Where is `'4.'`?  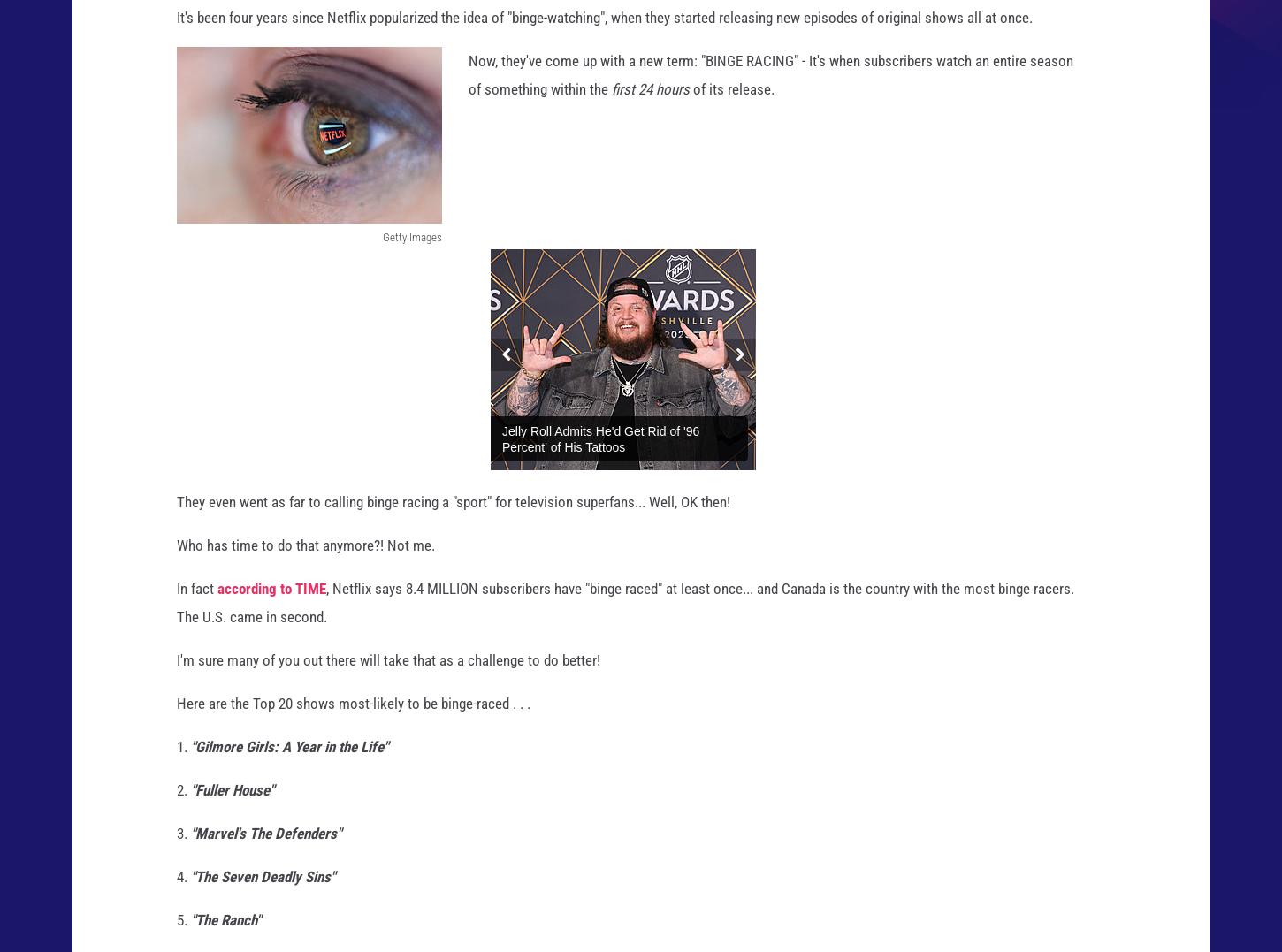
'4.' is located at coordinates (182, 892).